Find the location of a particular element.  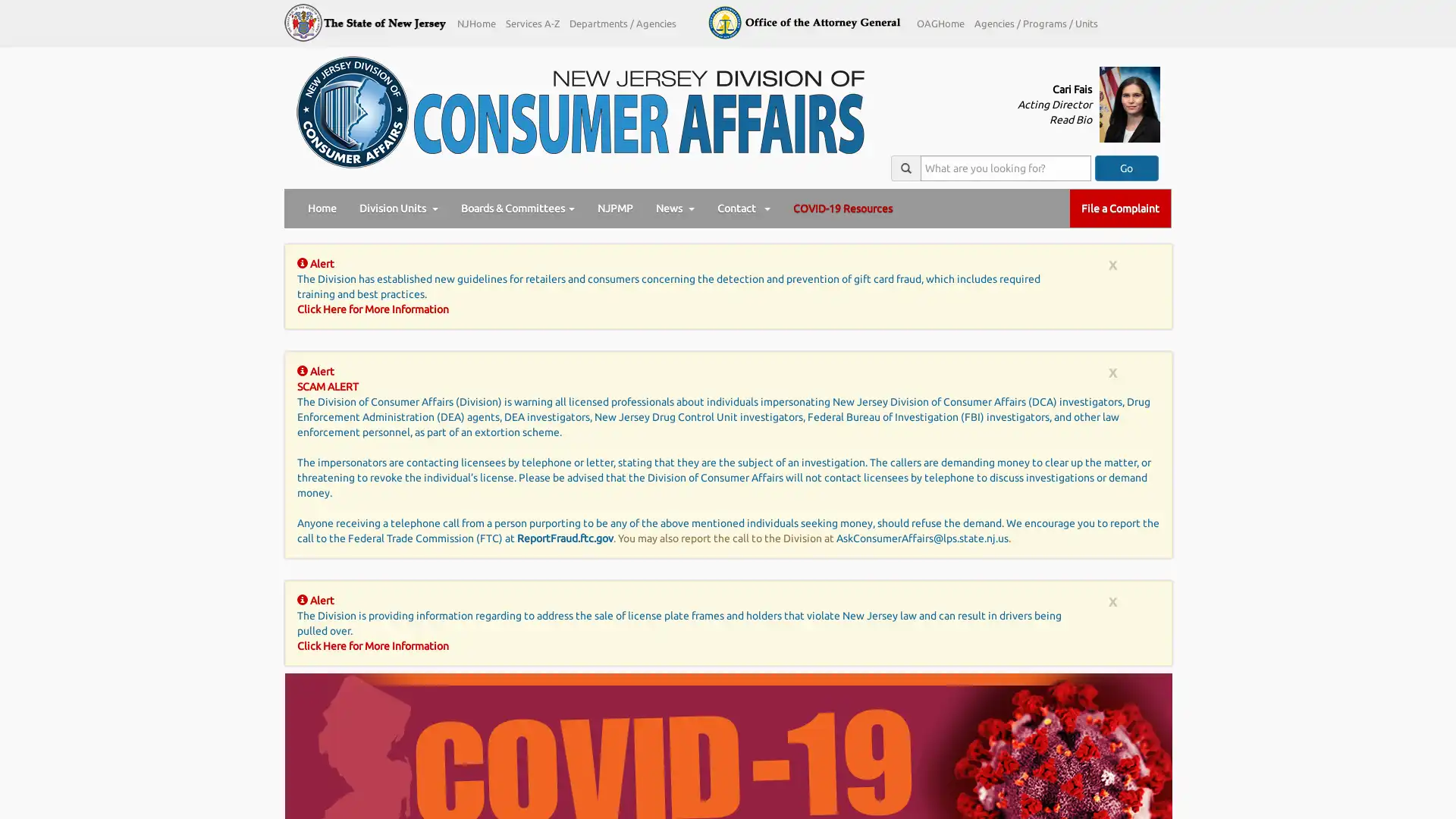

x is located at coordinates (1112, 600).